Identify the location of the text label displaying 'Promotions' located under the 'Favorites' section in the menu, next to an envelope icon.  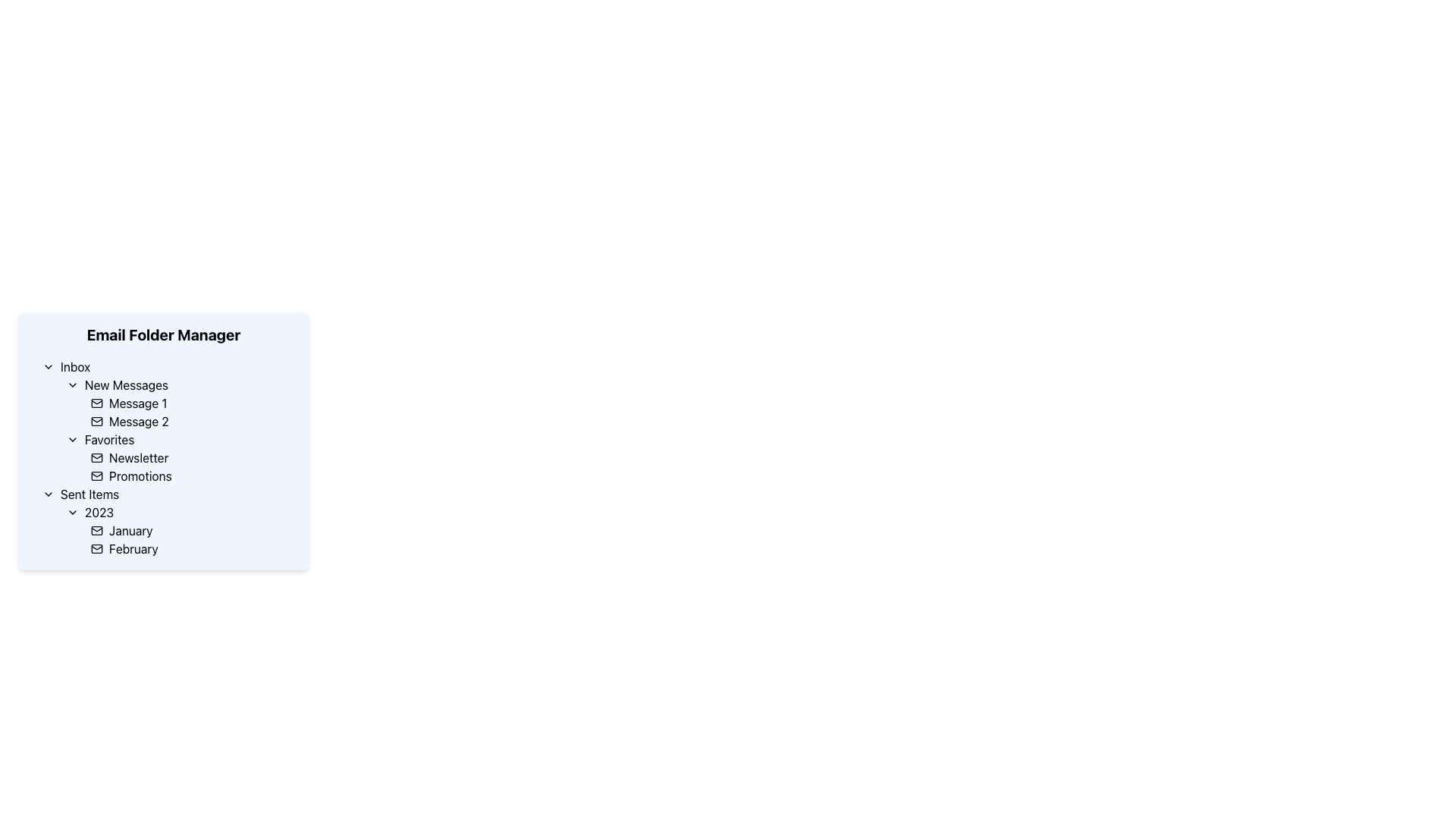
(140, 475).